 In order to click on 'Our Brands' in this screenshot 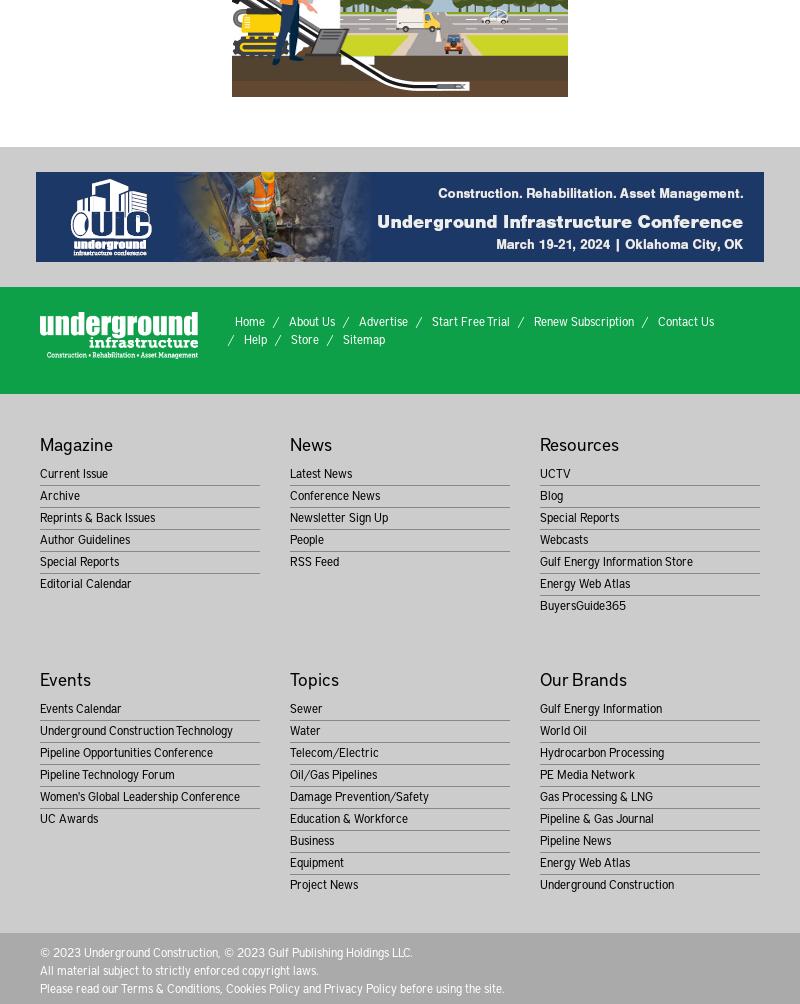, I will do `click(581, 677)`.